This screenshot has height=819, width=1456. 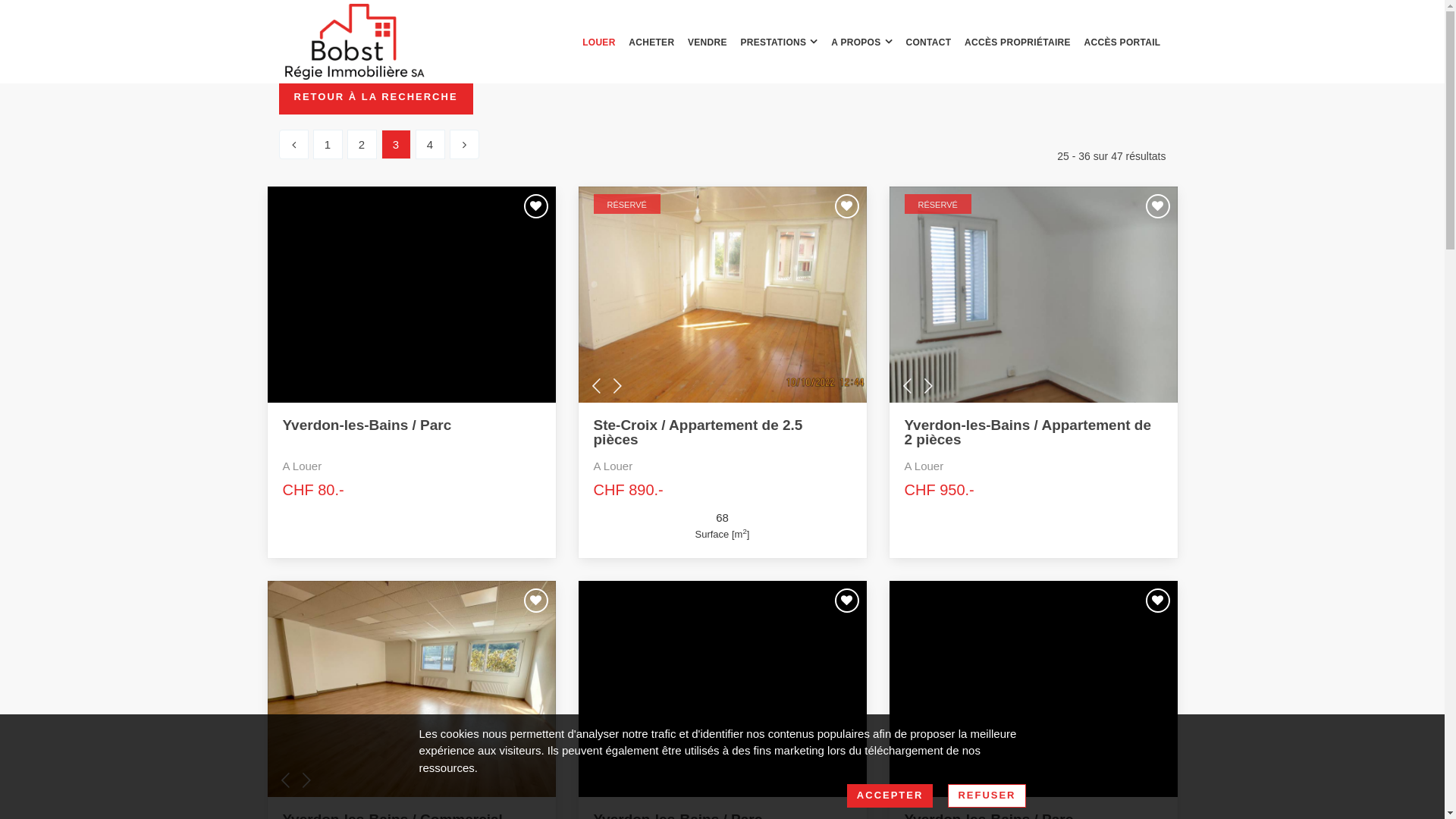 What do you see at coordinates (429, 144) in the screenshot?
I see `'4'` at bounding box center [429, 144].